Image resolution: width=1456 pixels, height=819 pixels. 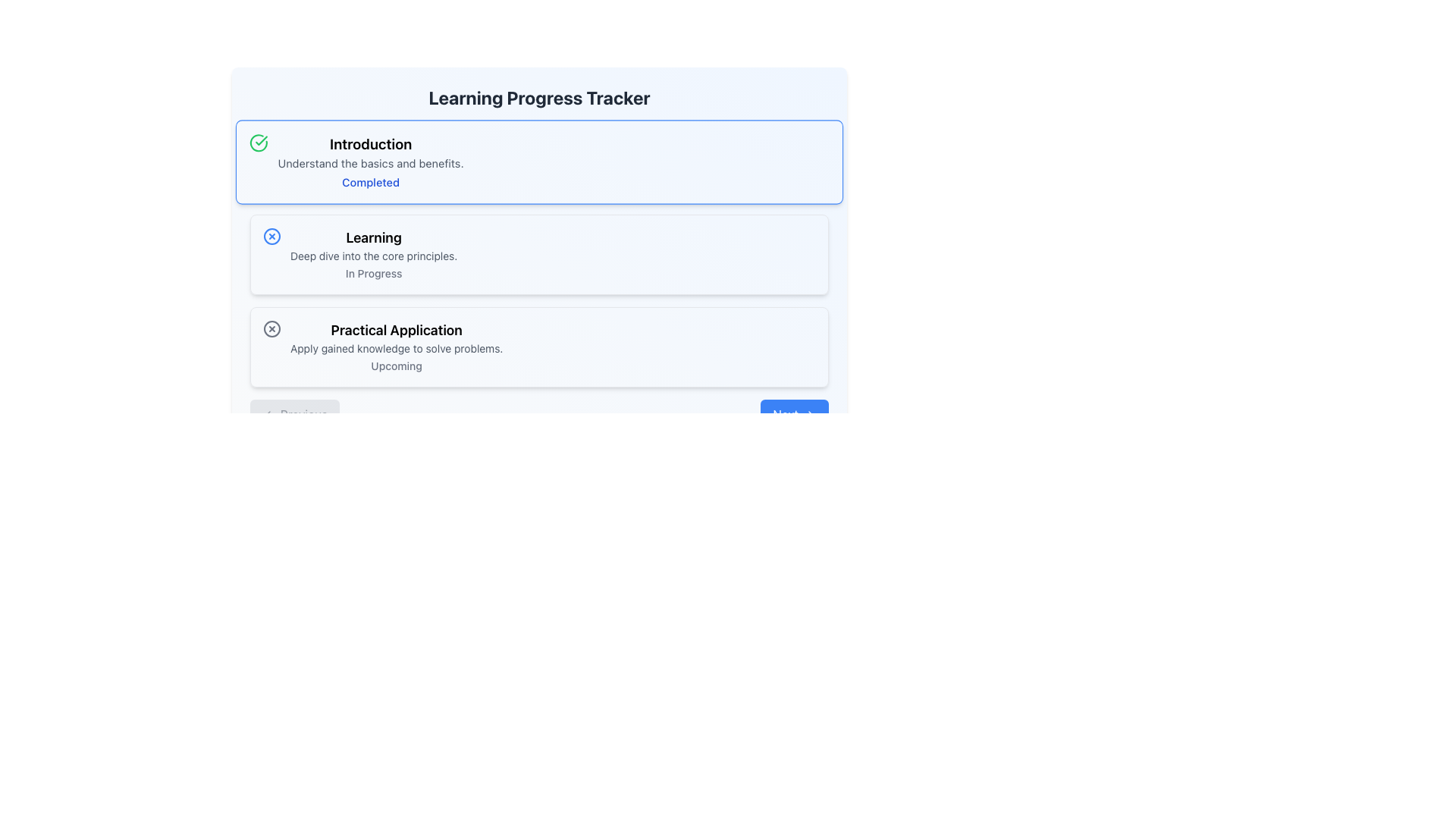 I want to click on the descriptive text label positioned between the title 'Learning' and the status 'In Progress', serving as supplementary information about the 'Learning' topic, so click(x=374, y=256).